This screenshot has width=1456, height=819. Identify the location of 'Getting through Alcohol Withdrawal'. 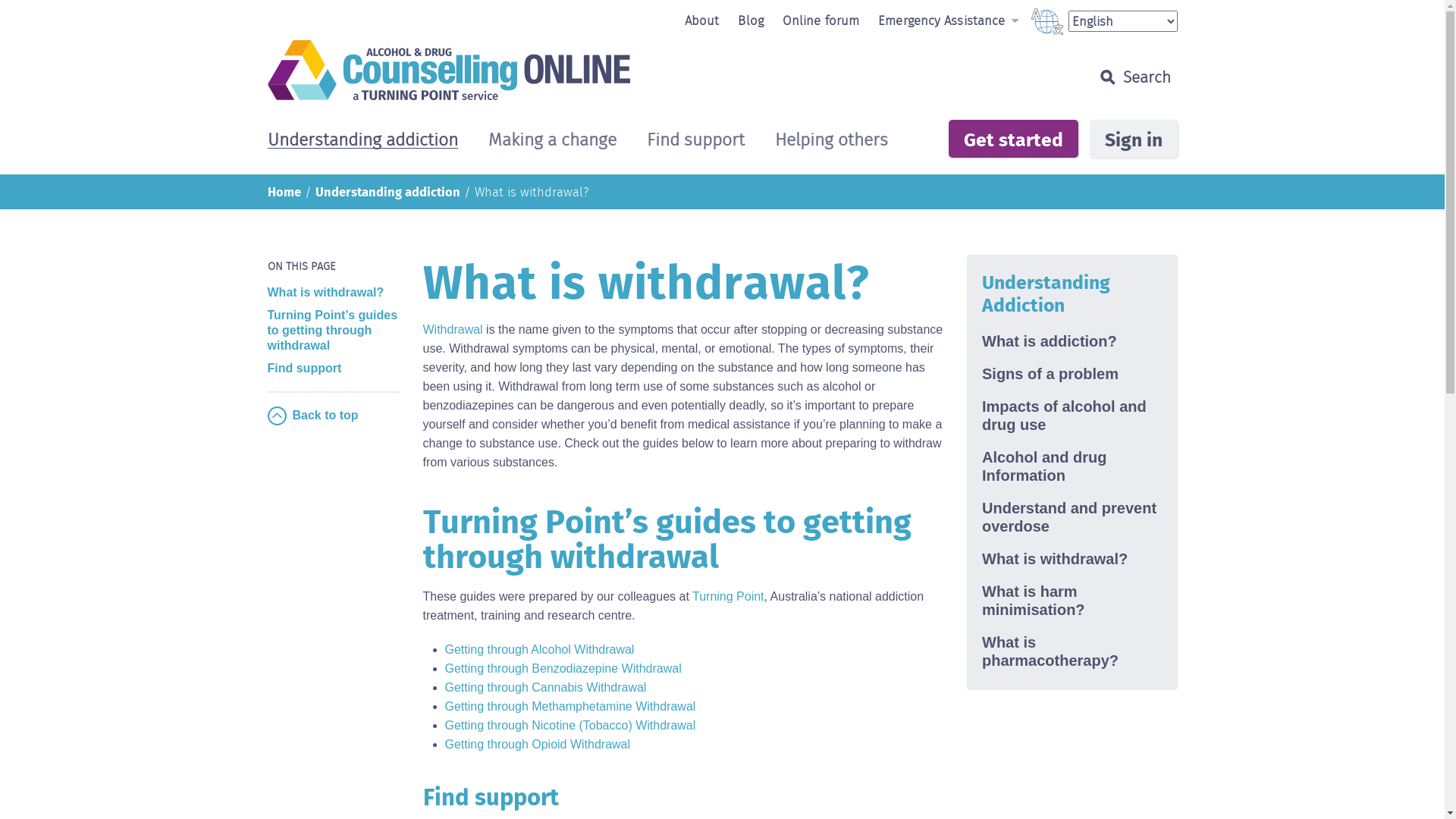
(538, 648).